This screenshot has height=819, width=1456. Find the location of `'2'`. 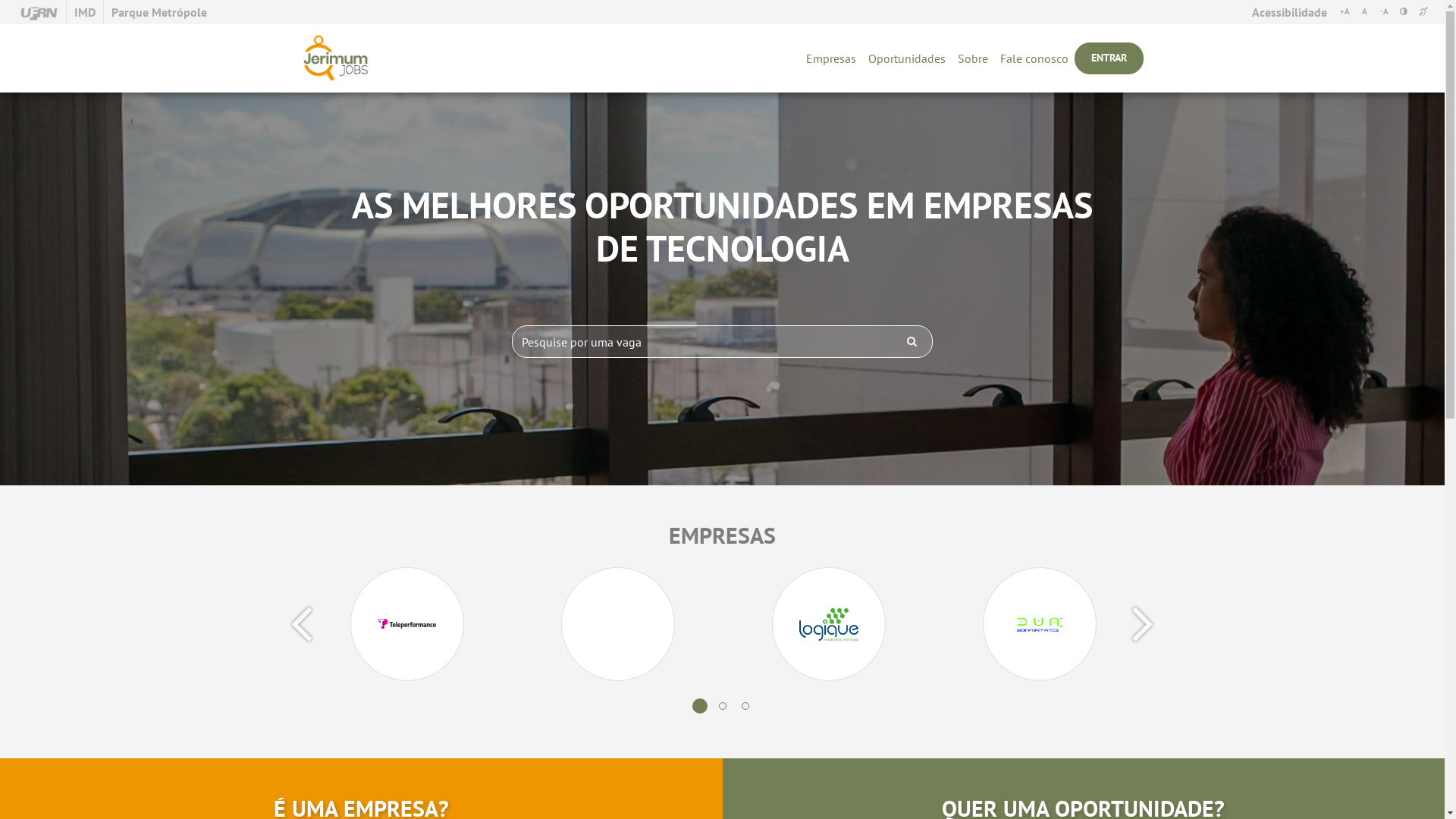

'2' is located at coordinates (718, 705).